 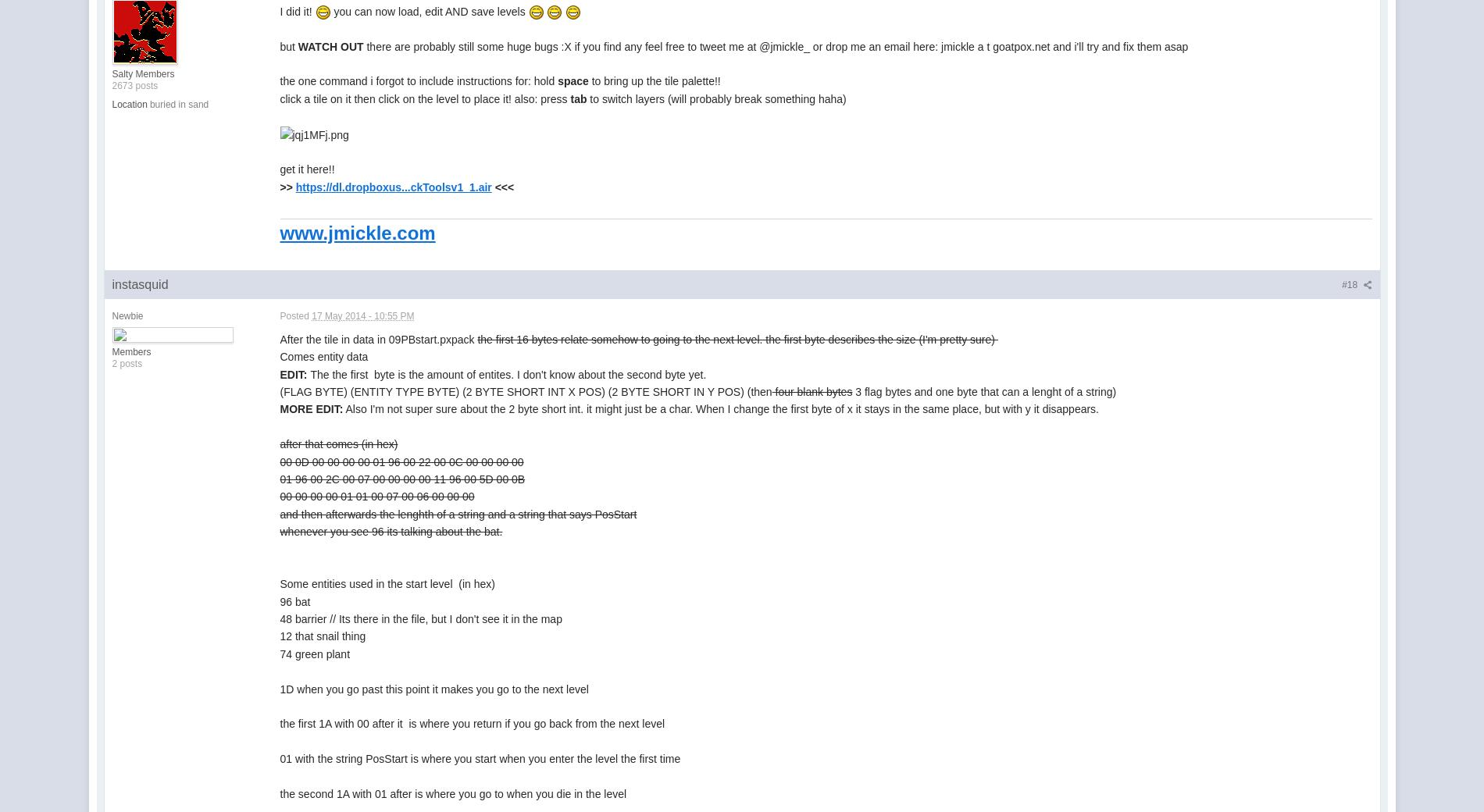 I want to click on '00 0D 00 00 00 00 01 96 00 22 00 0C 00 00 00 00', so click(x=401, y=461).